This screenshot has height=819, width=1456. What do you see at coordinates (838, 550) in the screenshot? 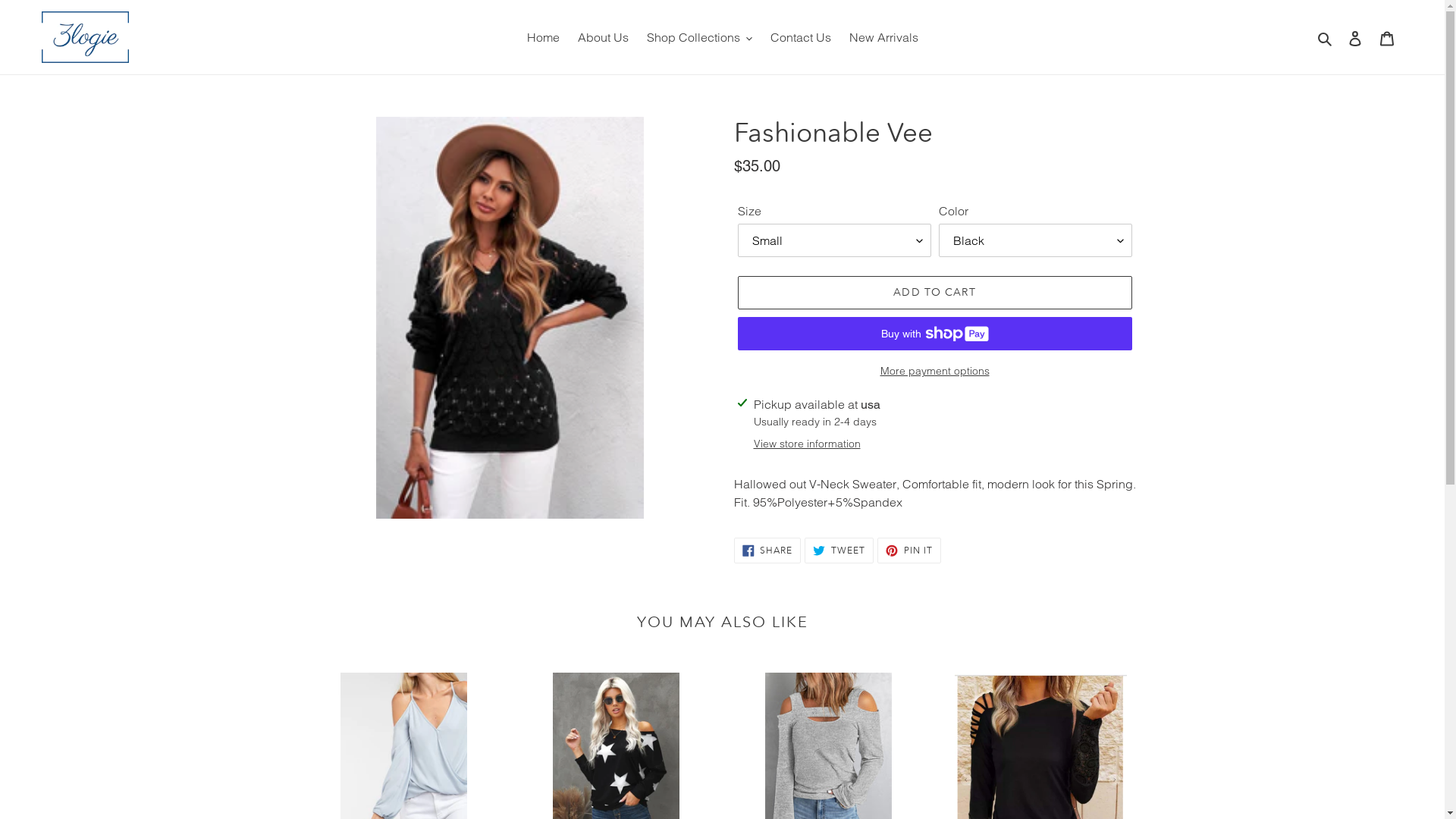
I see `'TWEET` at bounding box center [838, 550].